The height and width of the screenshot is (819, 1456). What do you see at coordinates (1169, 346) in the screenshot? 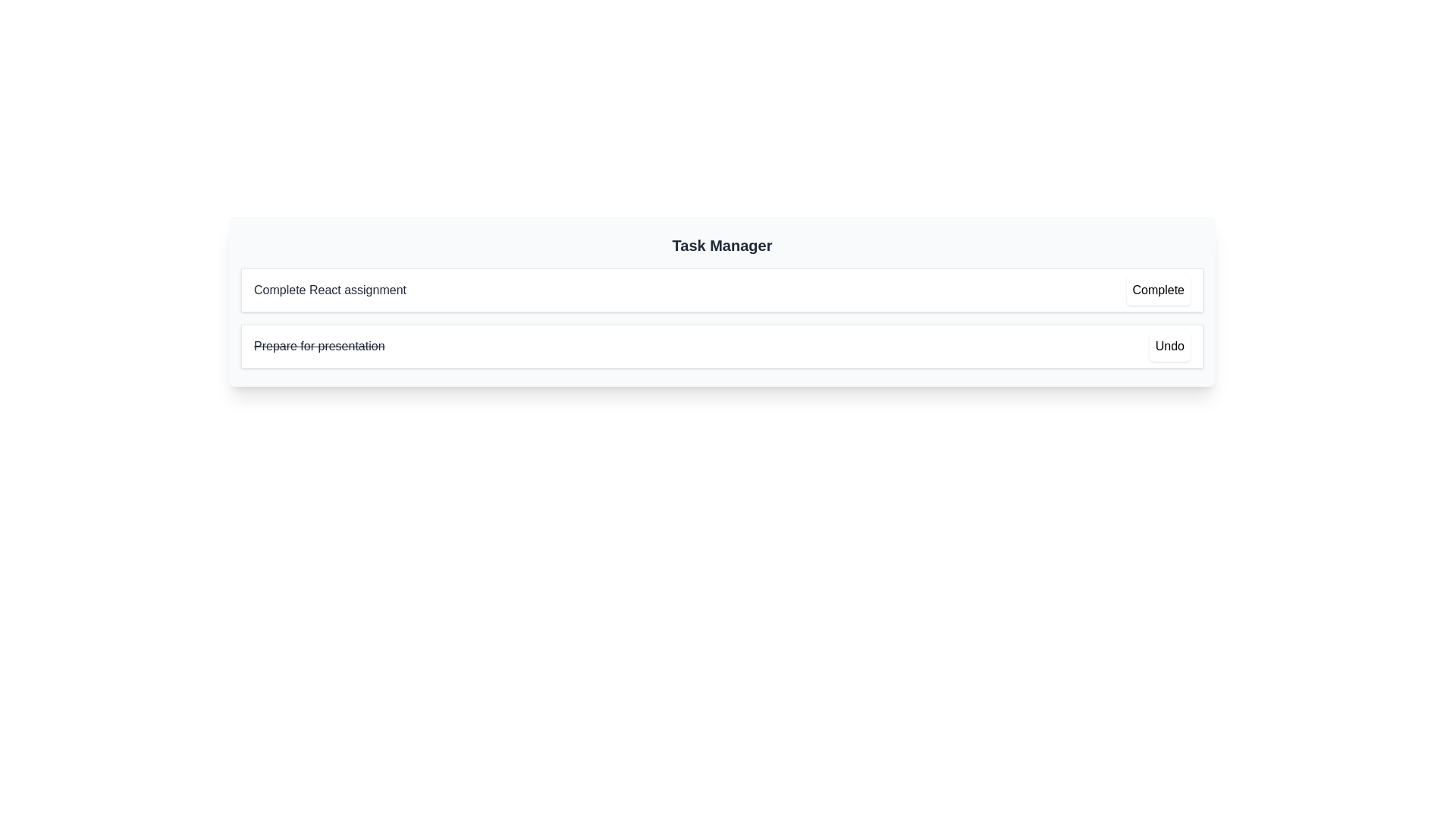
I see `the 'Undo' button` at bounding box center [1169, 346].